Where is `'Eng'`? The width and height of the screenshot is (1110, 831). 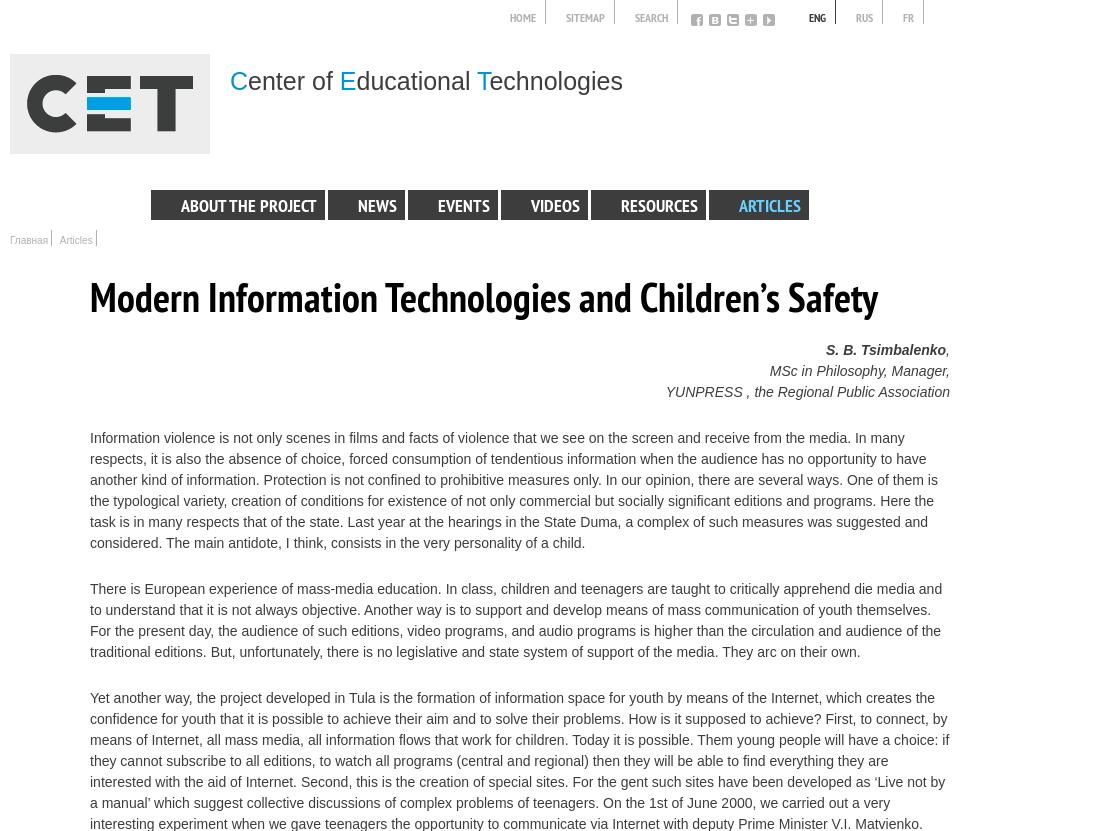 'Eng' is located at coordinates (816, 18).